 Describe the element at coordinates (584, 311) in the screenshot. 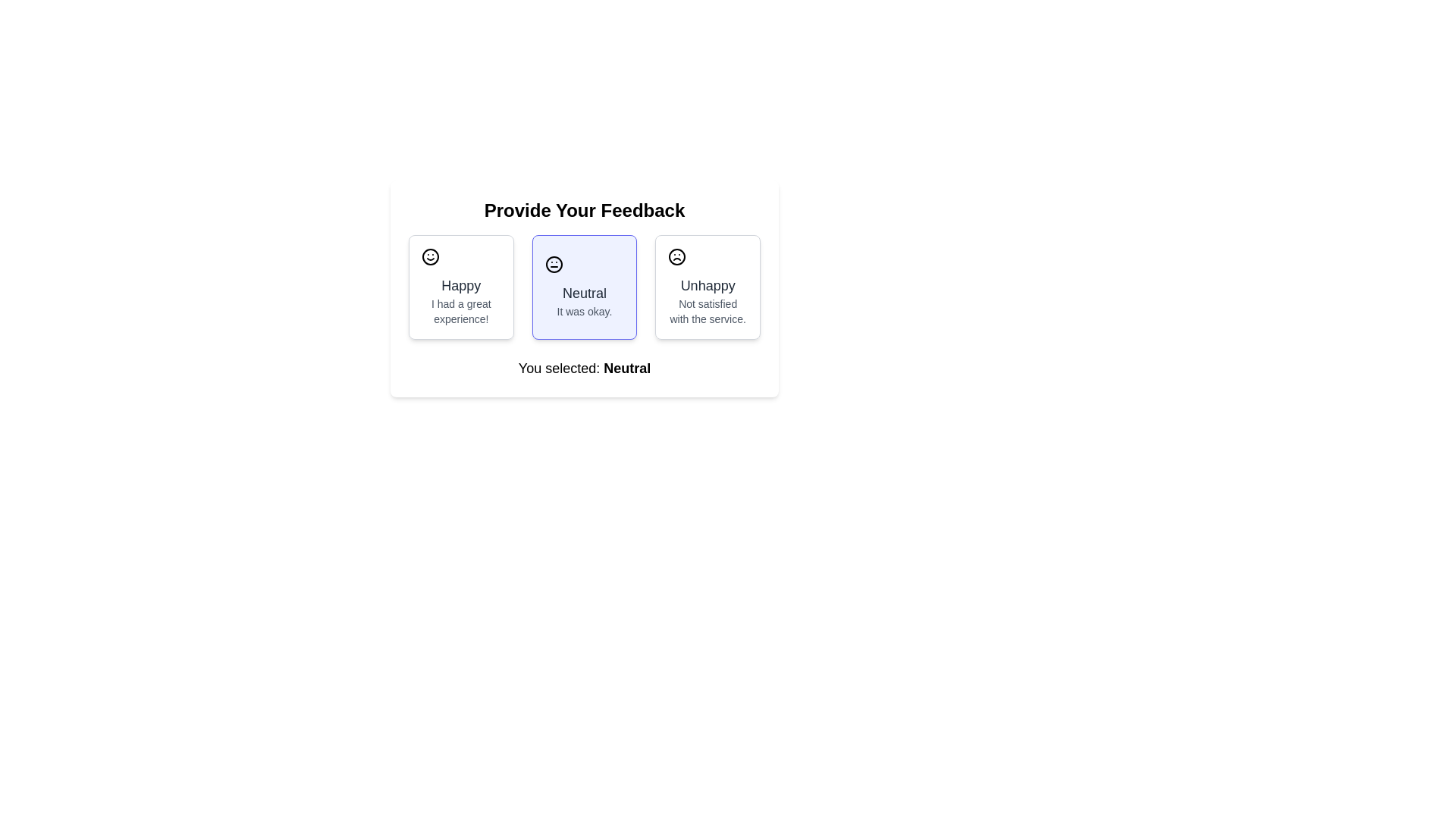

I see `static text label that says 'It was okay.', which is styled in small gray text and located beneath the larger 'Neutral' label and icon` at that location.